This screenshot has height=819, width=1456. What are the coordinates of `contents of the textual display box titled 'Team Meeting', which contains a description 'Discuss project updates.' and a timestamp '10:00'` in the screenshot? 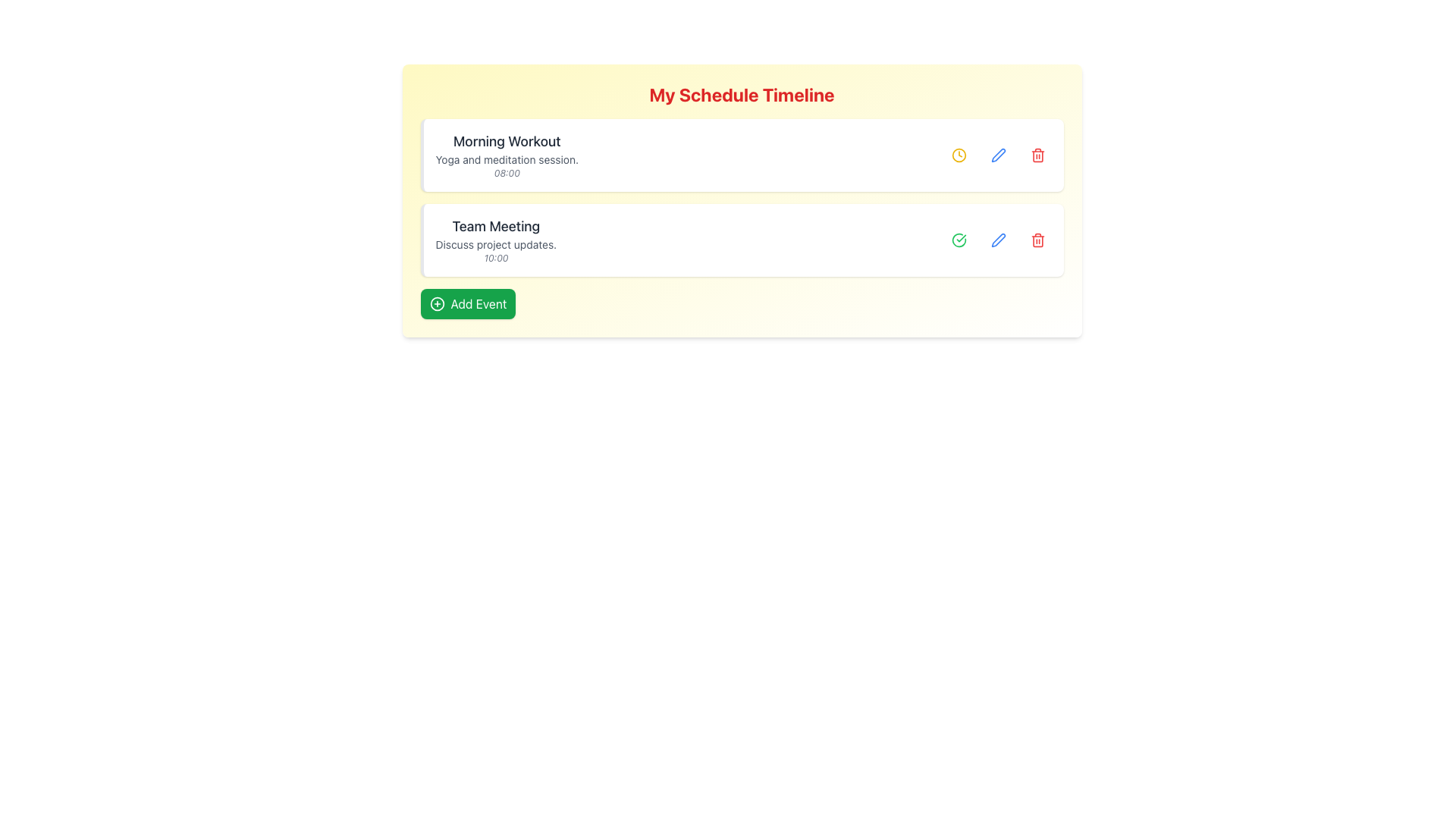 It's located at (496, 239).